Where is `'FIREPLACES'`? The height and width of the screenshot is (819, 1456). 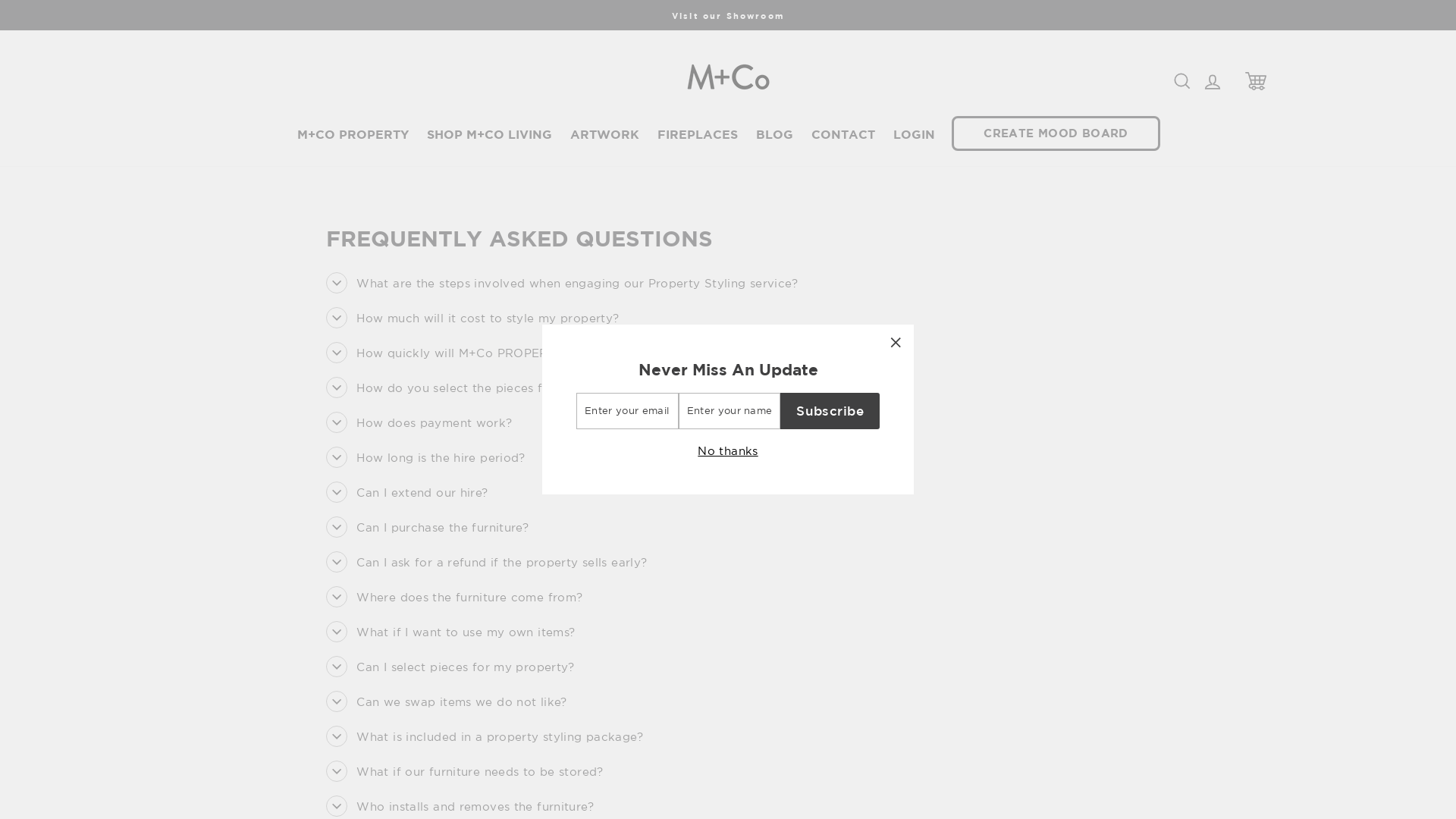
'FIREPLACES' is located at coordinates (697, 133).